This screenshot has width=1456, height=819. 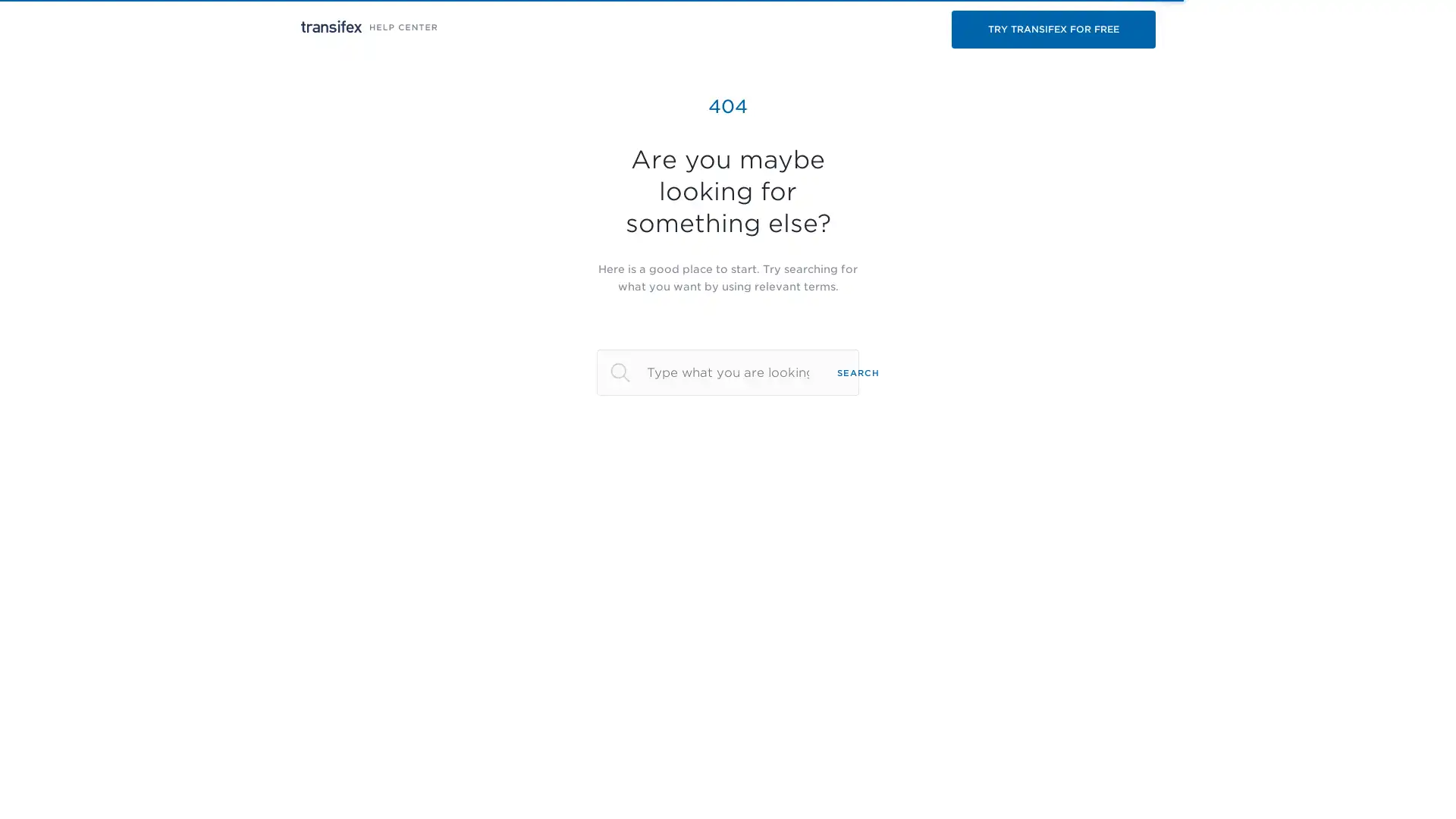 I want to click on SEARCH, so click(x=858, y=372).